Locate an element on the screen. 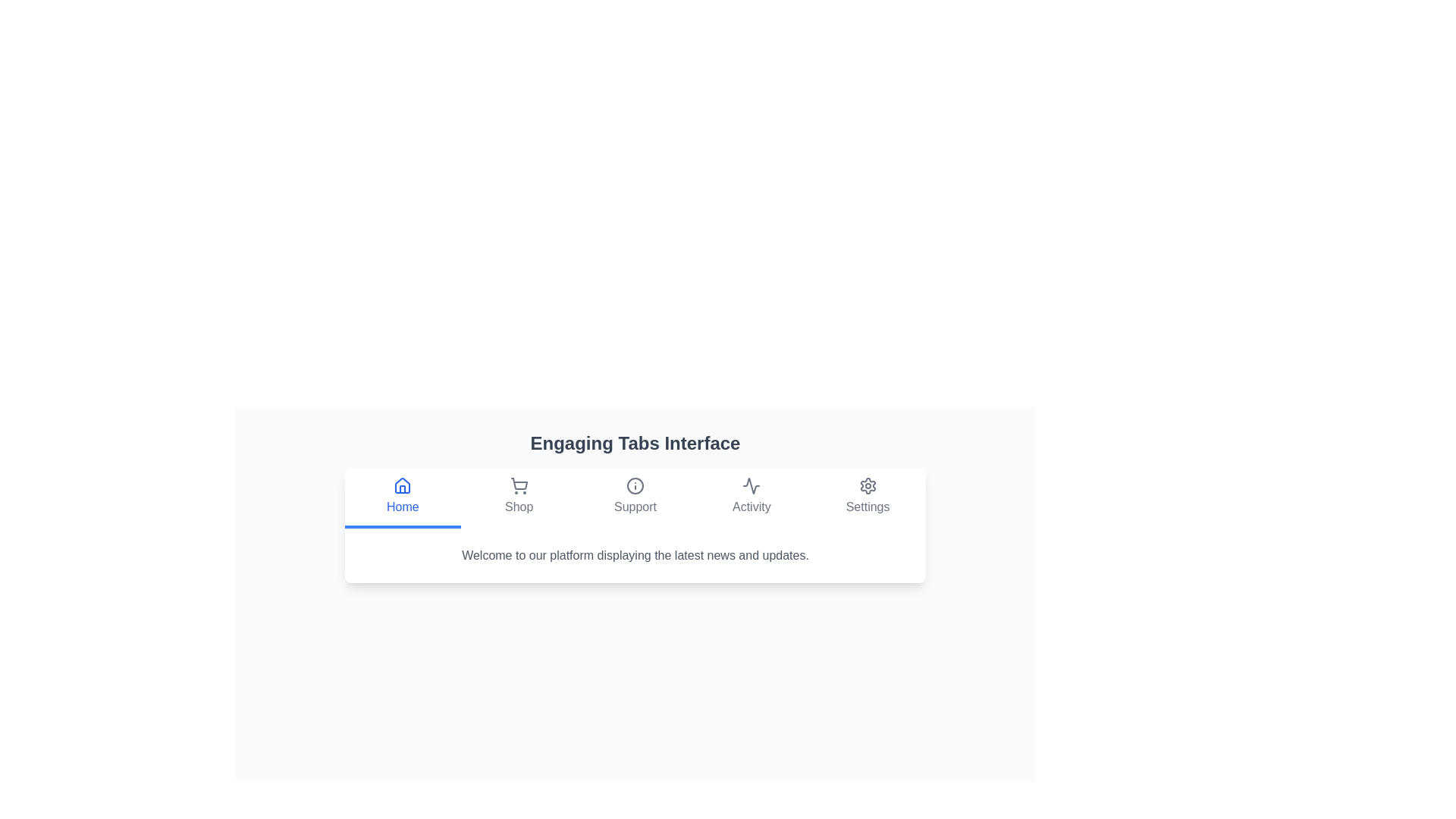  the shopping cart icon which represents the 'Shop' tab, located at the top center of the navigation area is located at coordinates (519, 485).